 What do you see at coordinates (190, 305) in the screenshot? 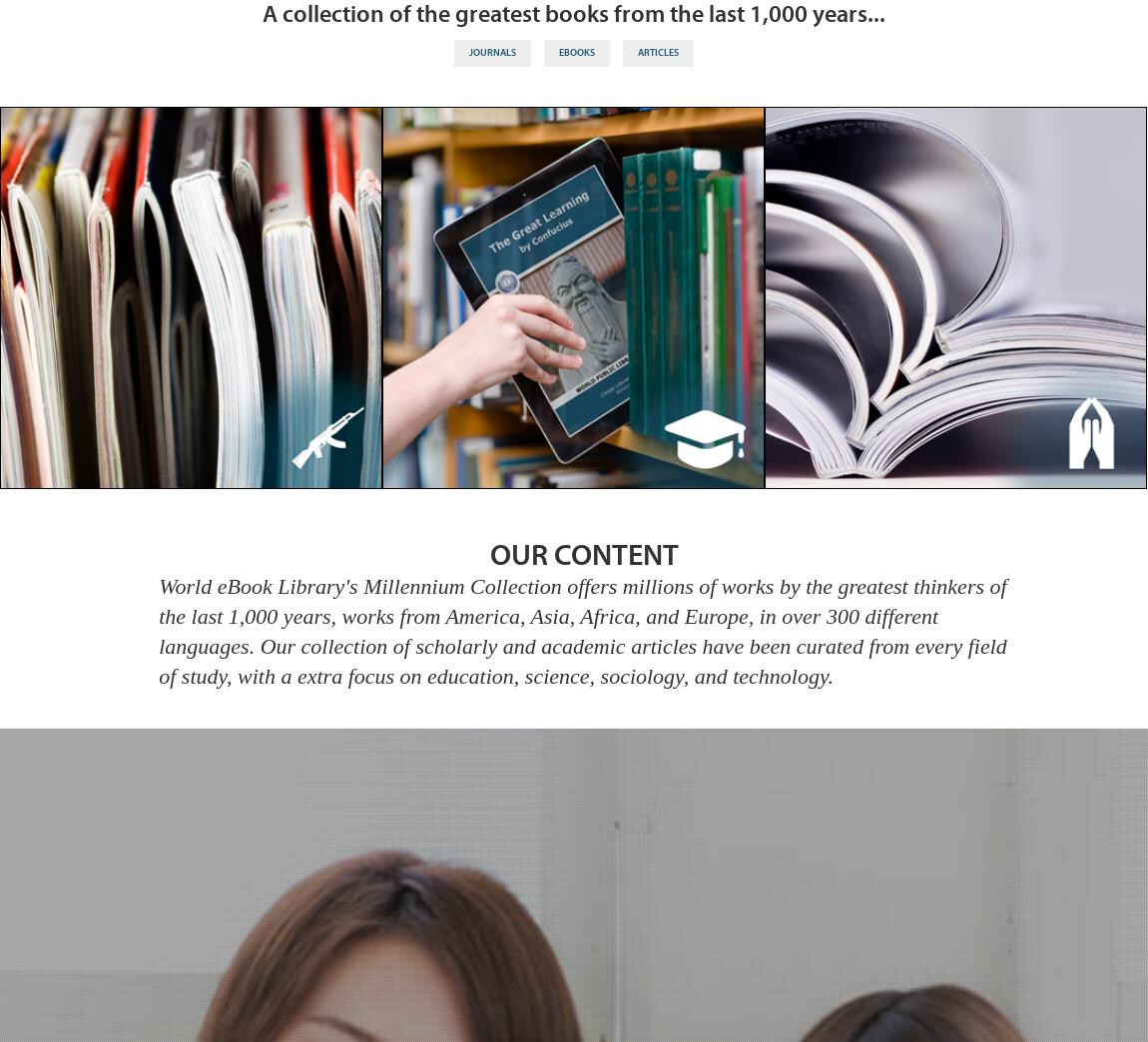
I see `'Thousands of Journals'` at bounding box center [190, 305].